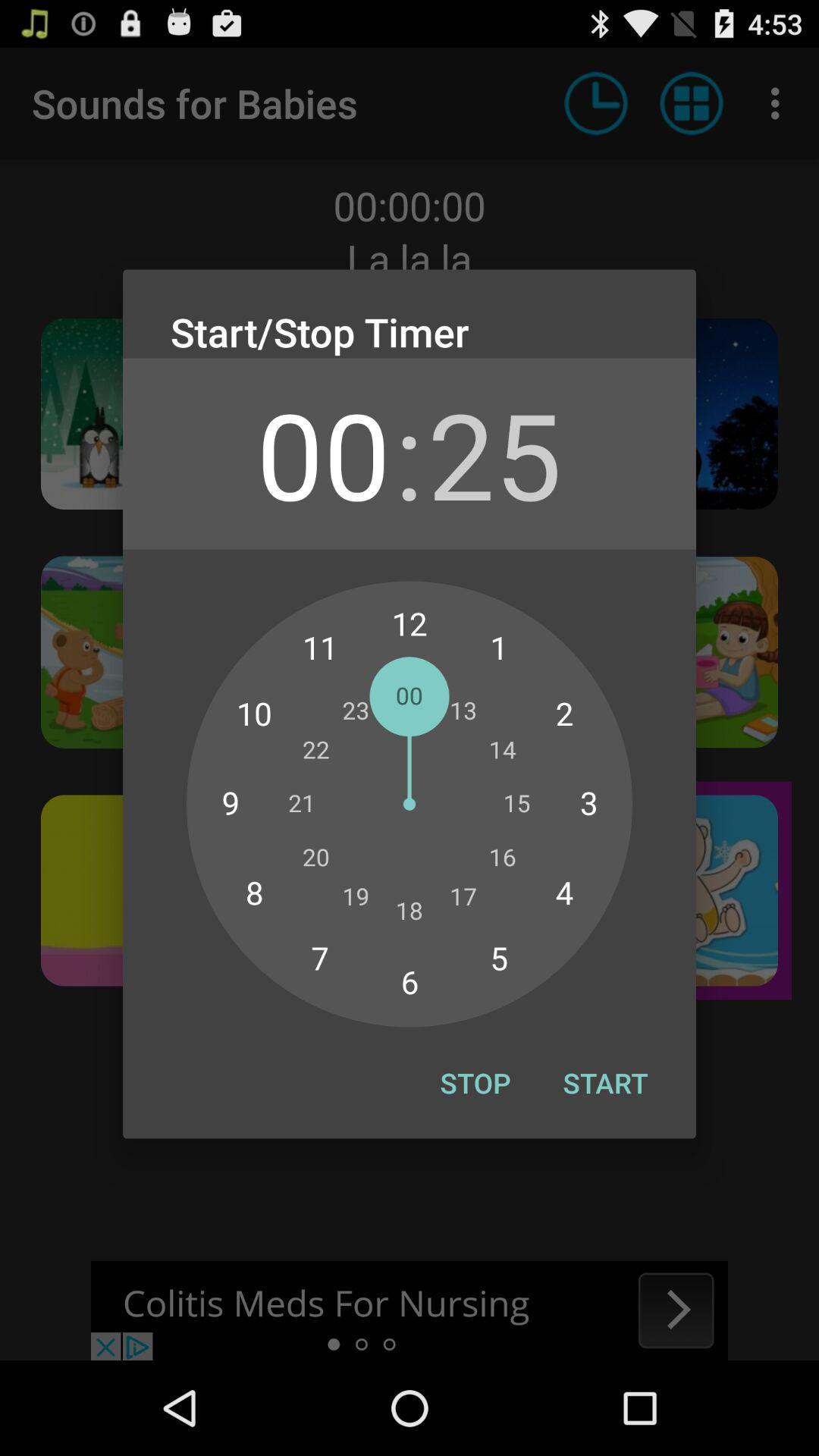 Image resolution: width=819 pixels, height=1456 pixels. I want to click on the 00, so click(322, 453).